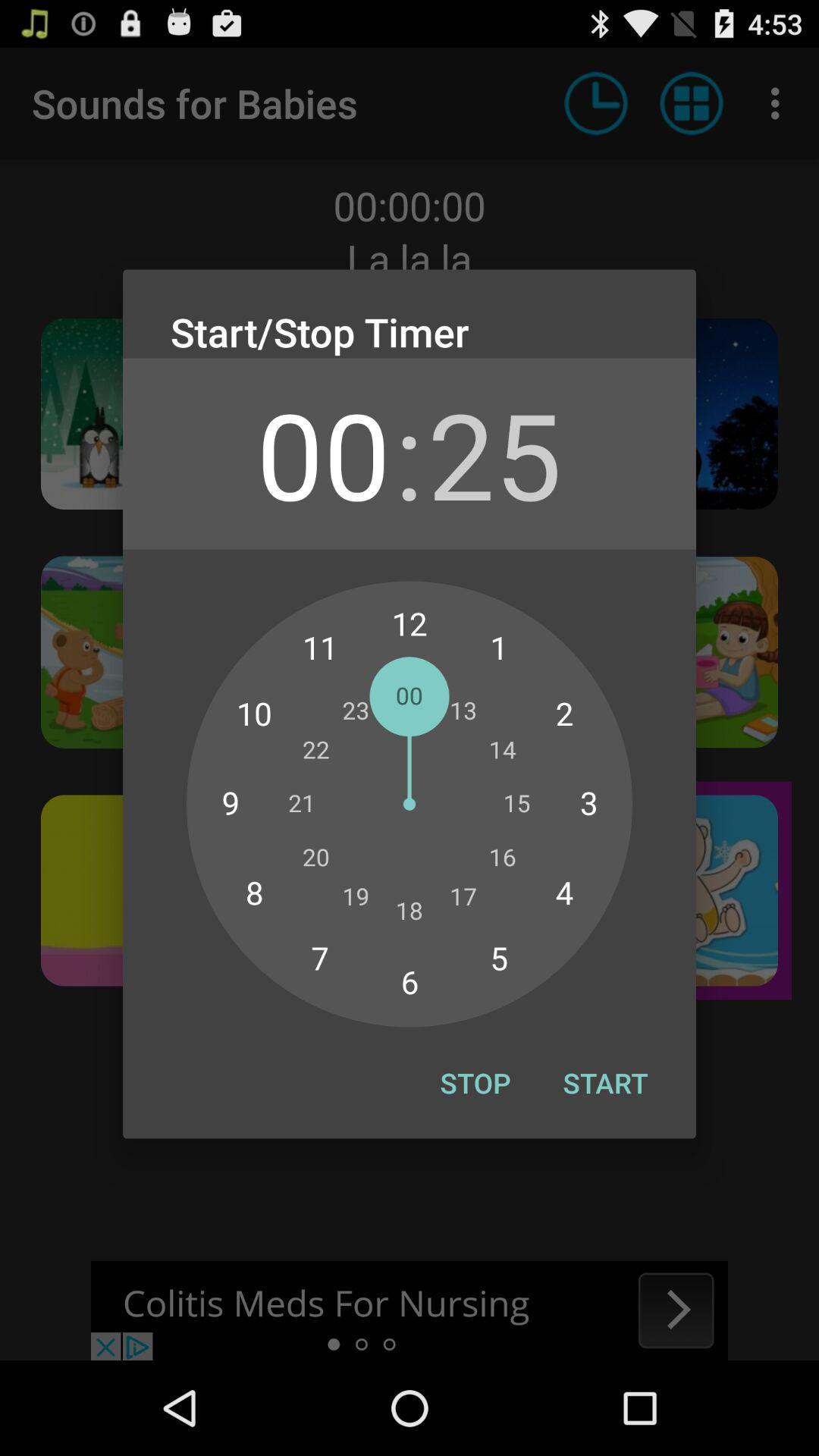 Image resolution: width=819 pixels, height=1456 pixels. I want to click on the 00, so click(322, 453).